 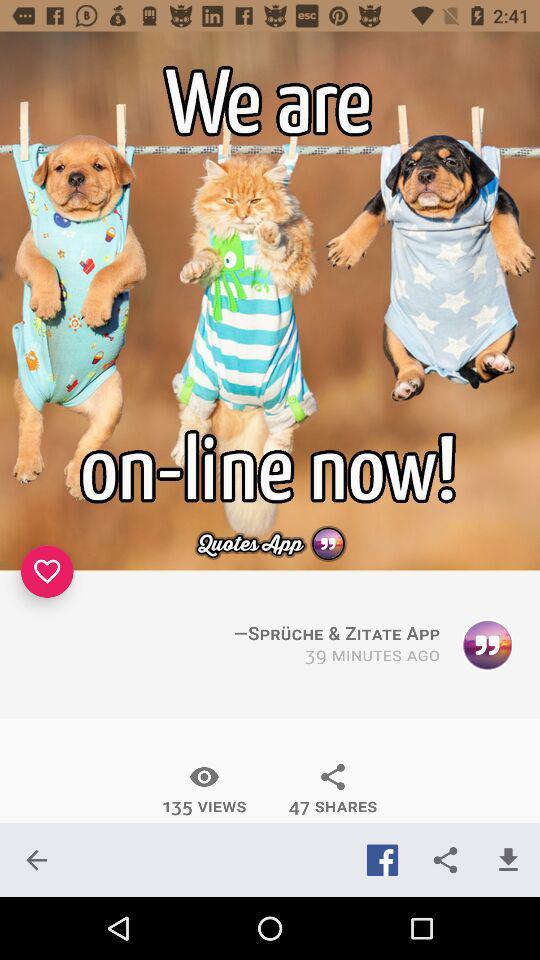 What do you see at coordinates (372, 654) in the screenshot?
I see `item above the 47 shares icon` at bounding box center [372, 654].